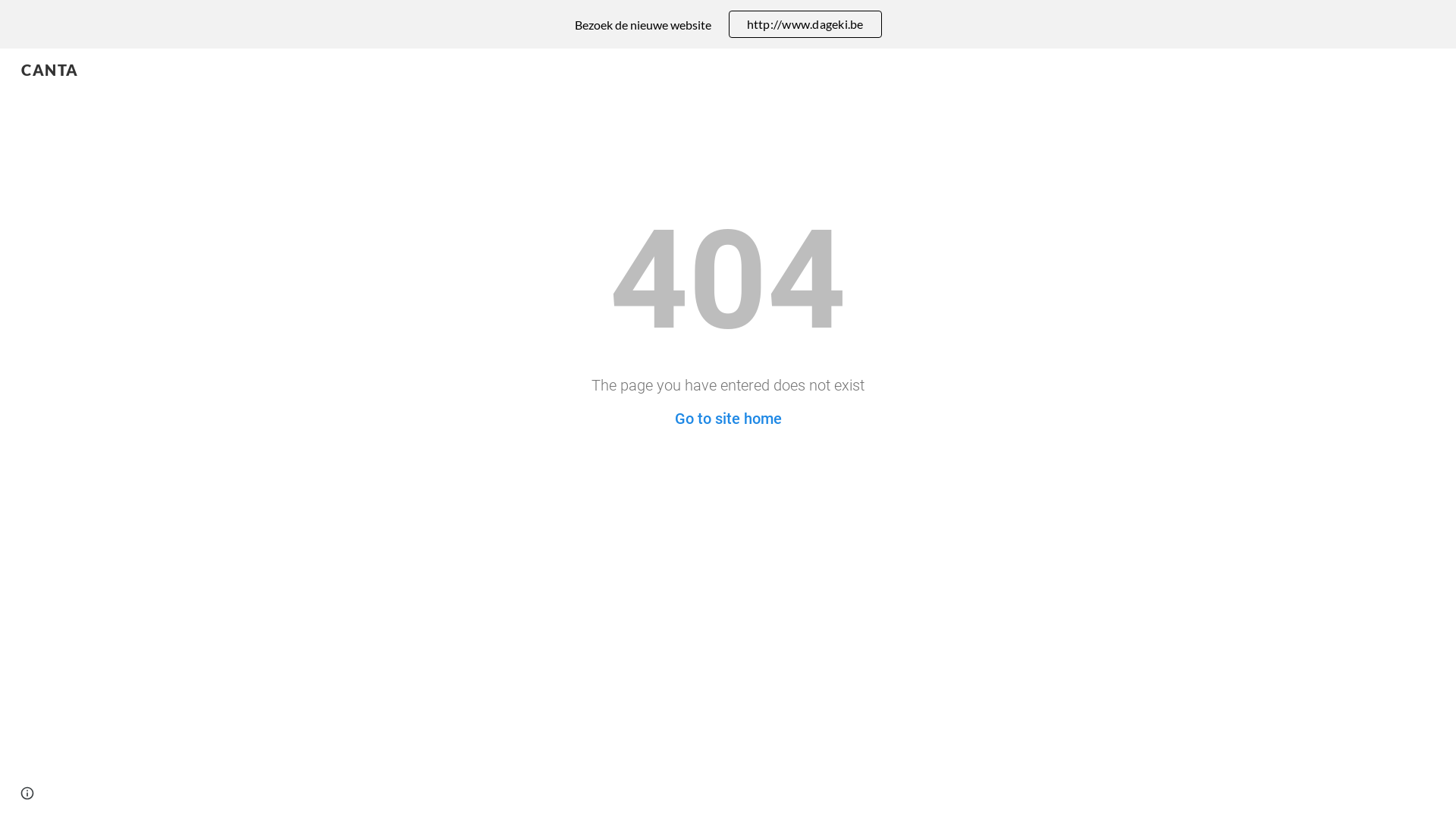  What do you see at coordinates (50, 66) in the screenshot?
I see `'CANTA'` at bounding box center [50, 66].